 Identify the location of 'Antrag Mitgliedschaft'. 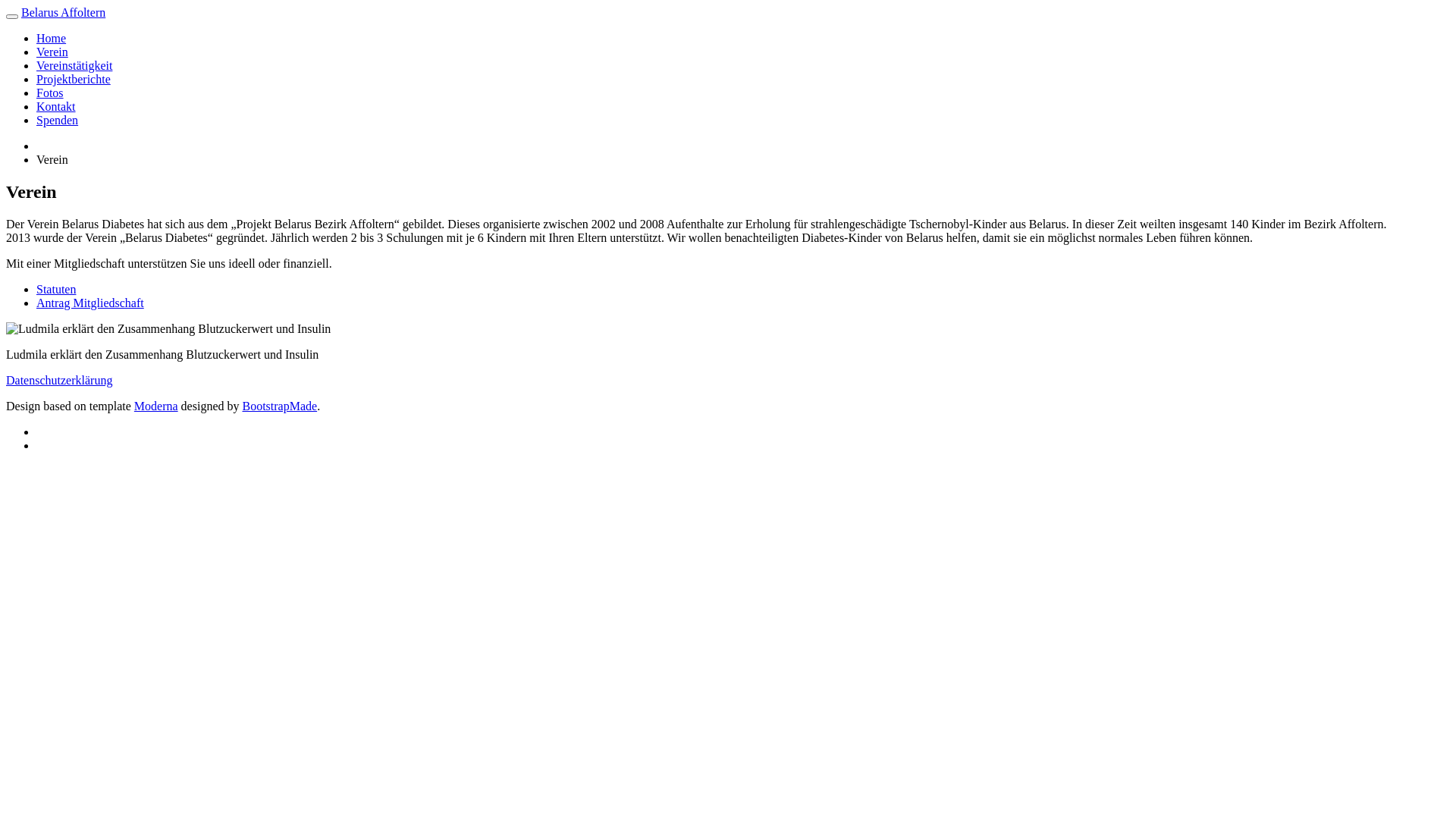
(89, 303).